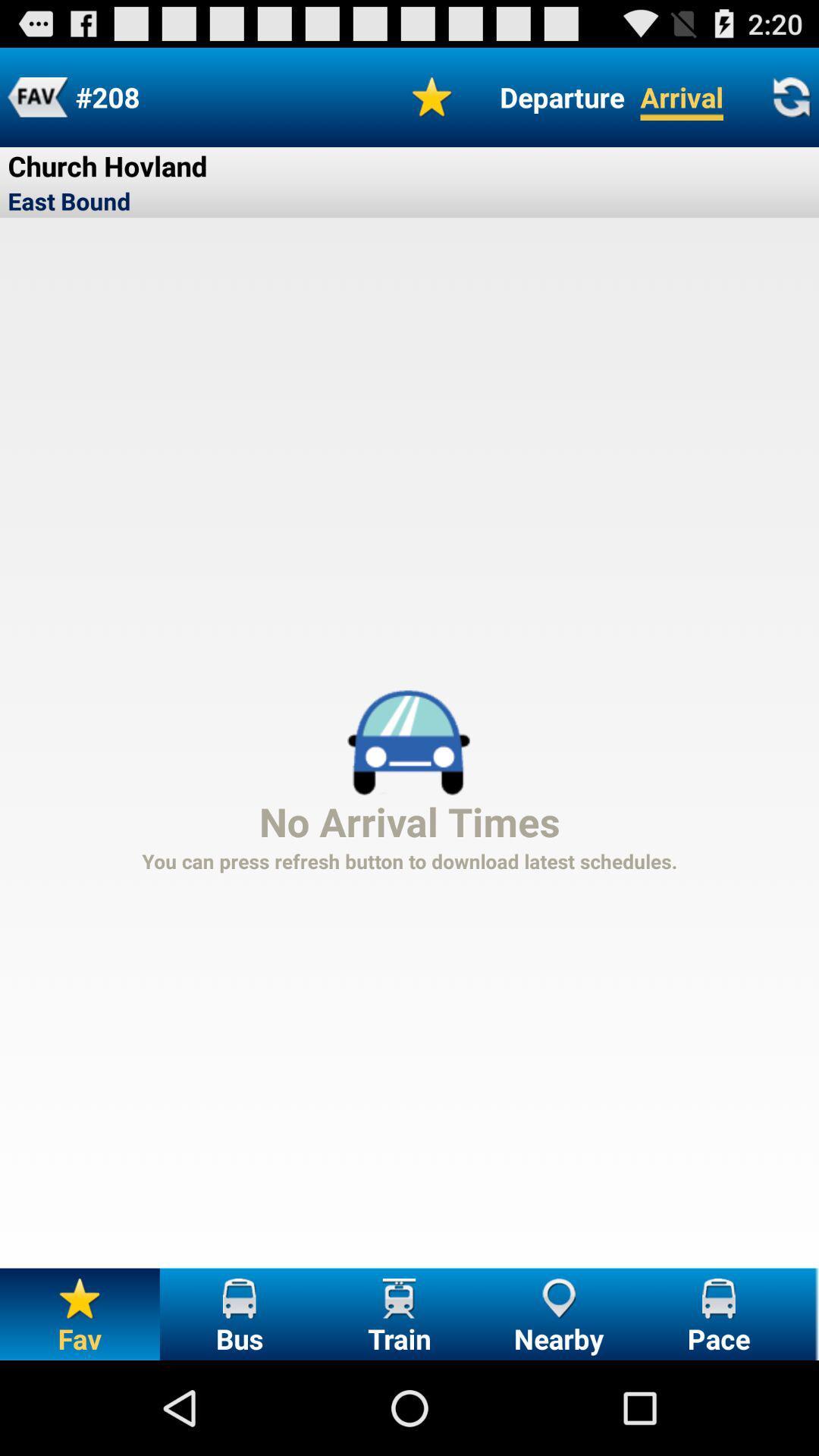  Describe the element at coordinates (562, 96) in the screenshot. I see `button next to arrival` at that location.